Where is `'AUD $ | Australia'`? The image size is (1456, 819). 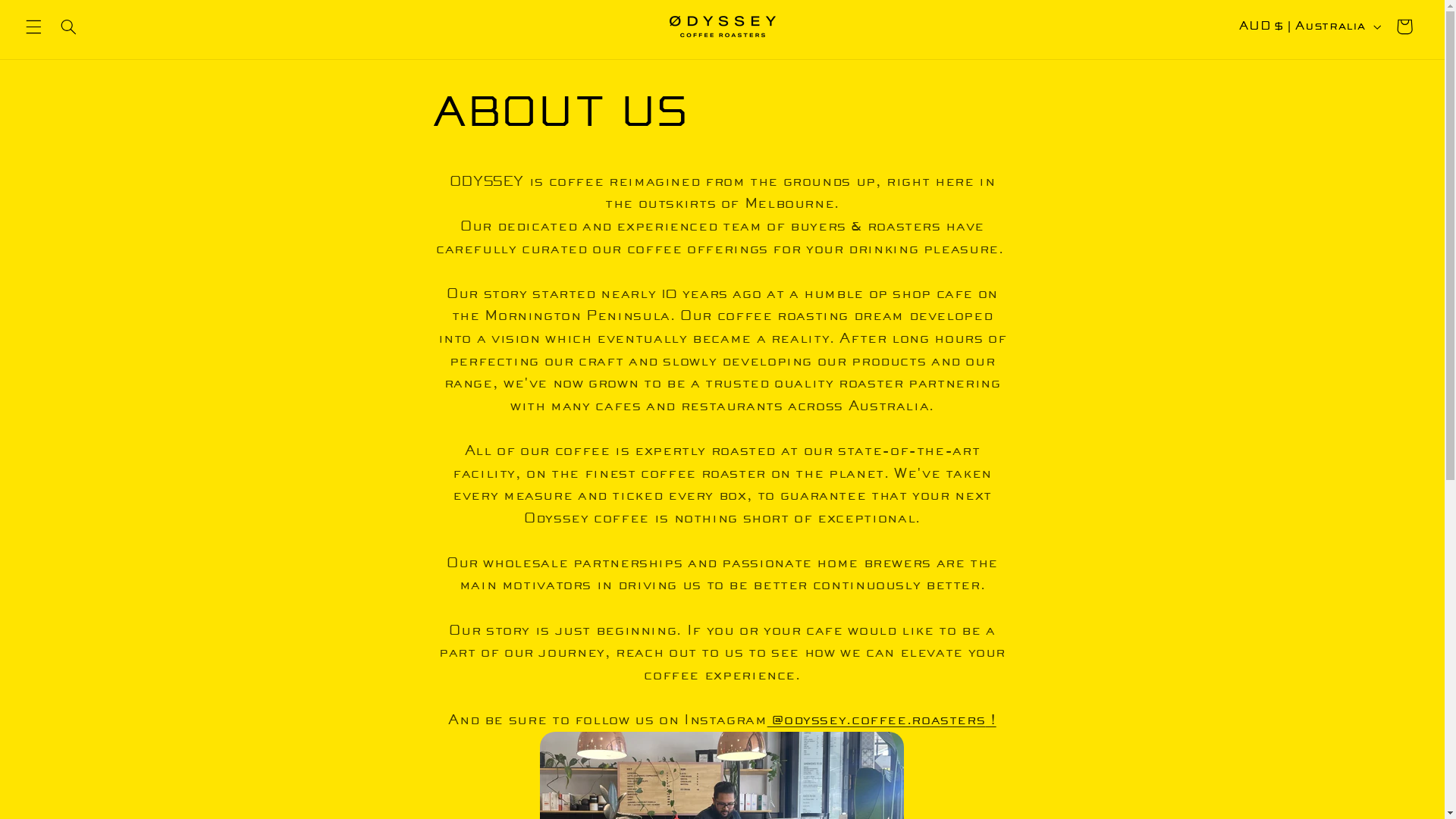
'AUD $ | Australia' is located at coordinates (1230, 26).